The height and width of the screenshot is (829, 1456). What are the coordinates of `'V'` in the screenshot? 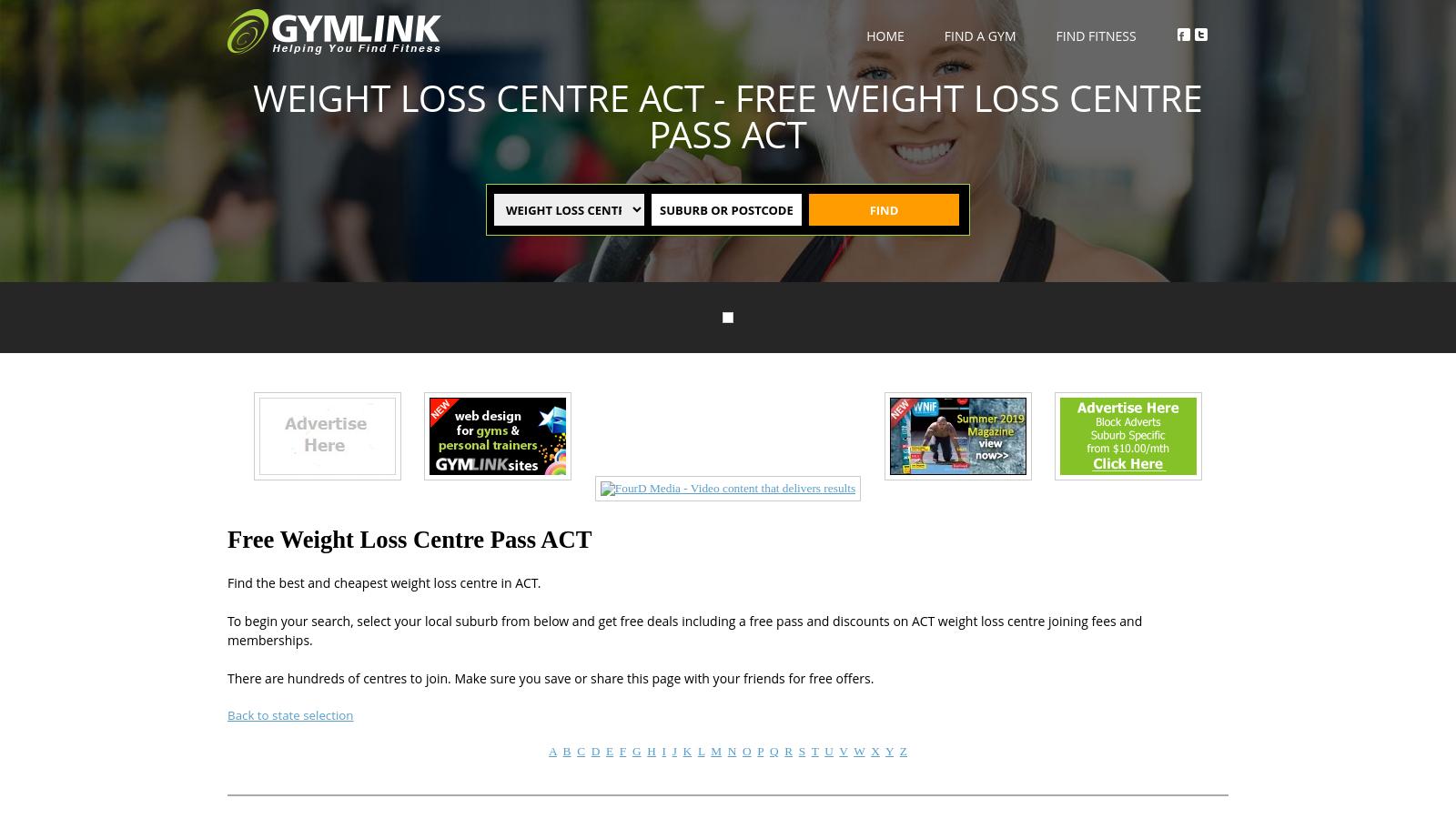 It's located at (842, 749).